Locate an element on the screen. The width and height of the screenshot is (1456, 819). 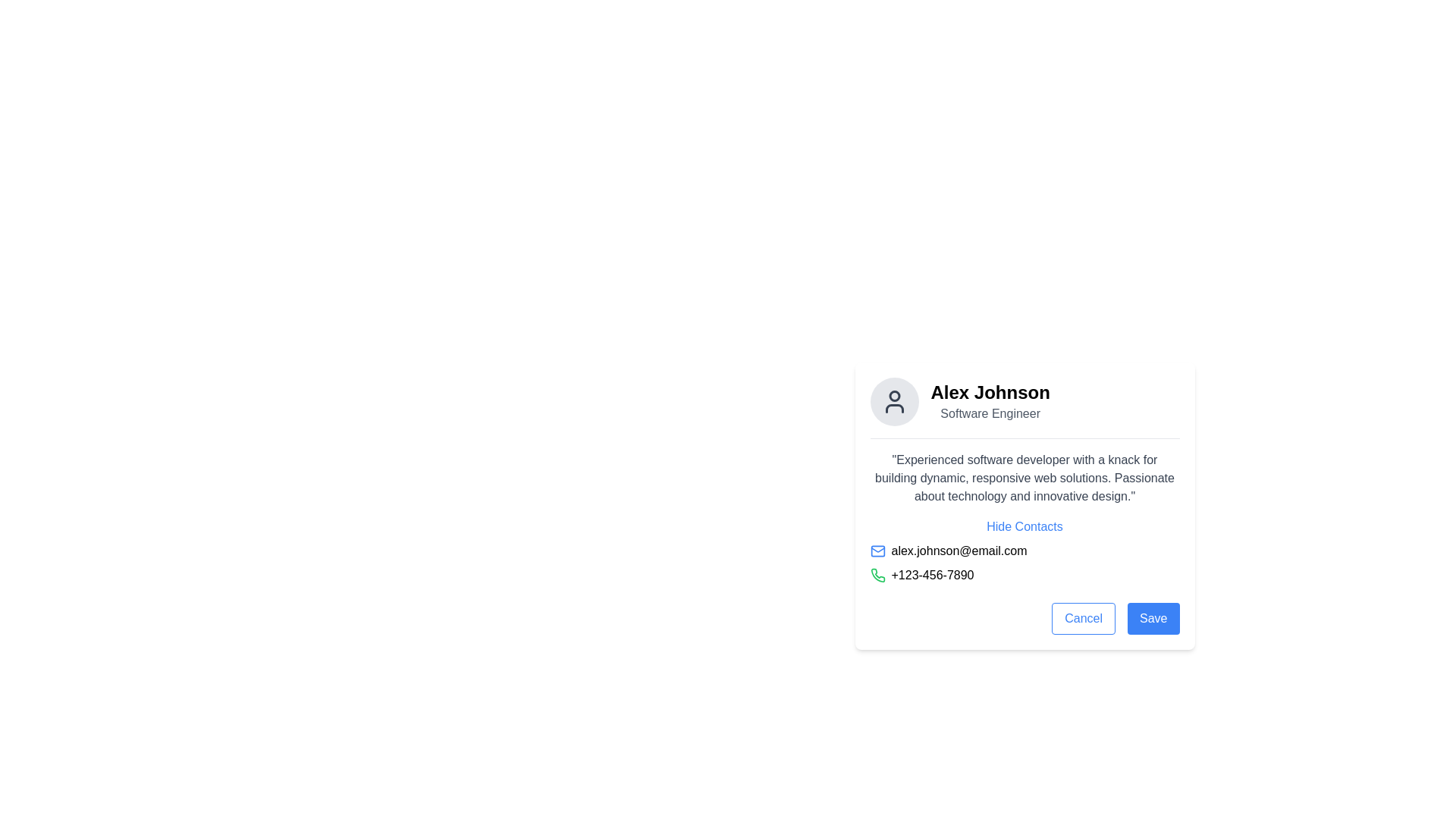
on the text display showing an email address, which is located is located at coordinates (959, 551).